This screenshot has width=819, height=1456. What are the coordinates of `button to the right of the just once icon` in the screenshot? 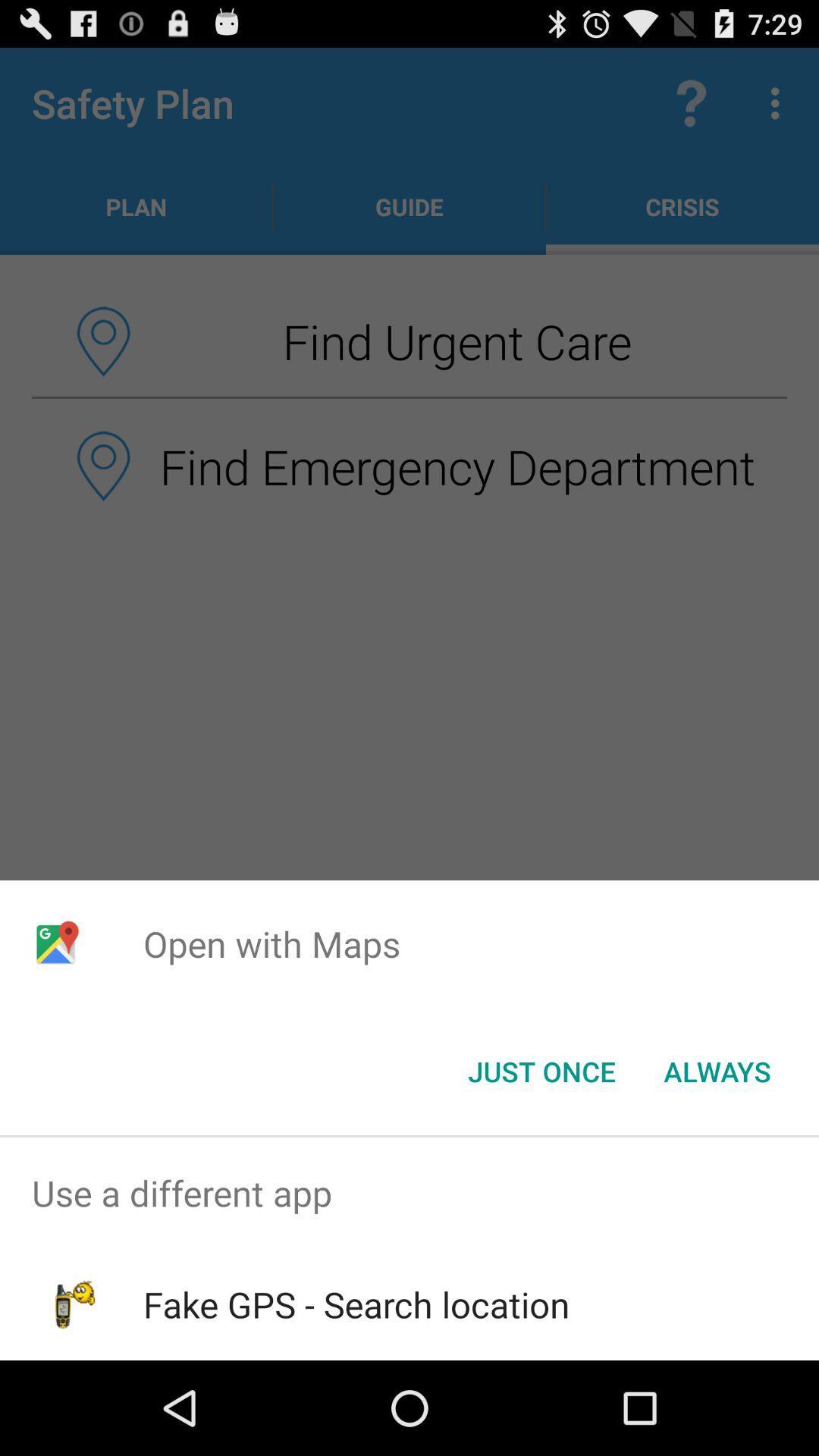 It's located at (717, 1070).